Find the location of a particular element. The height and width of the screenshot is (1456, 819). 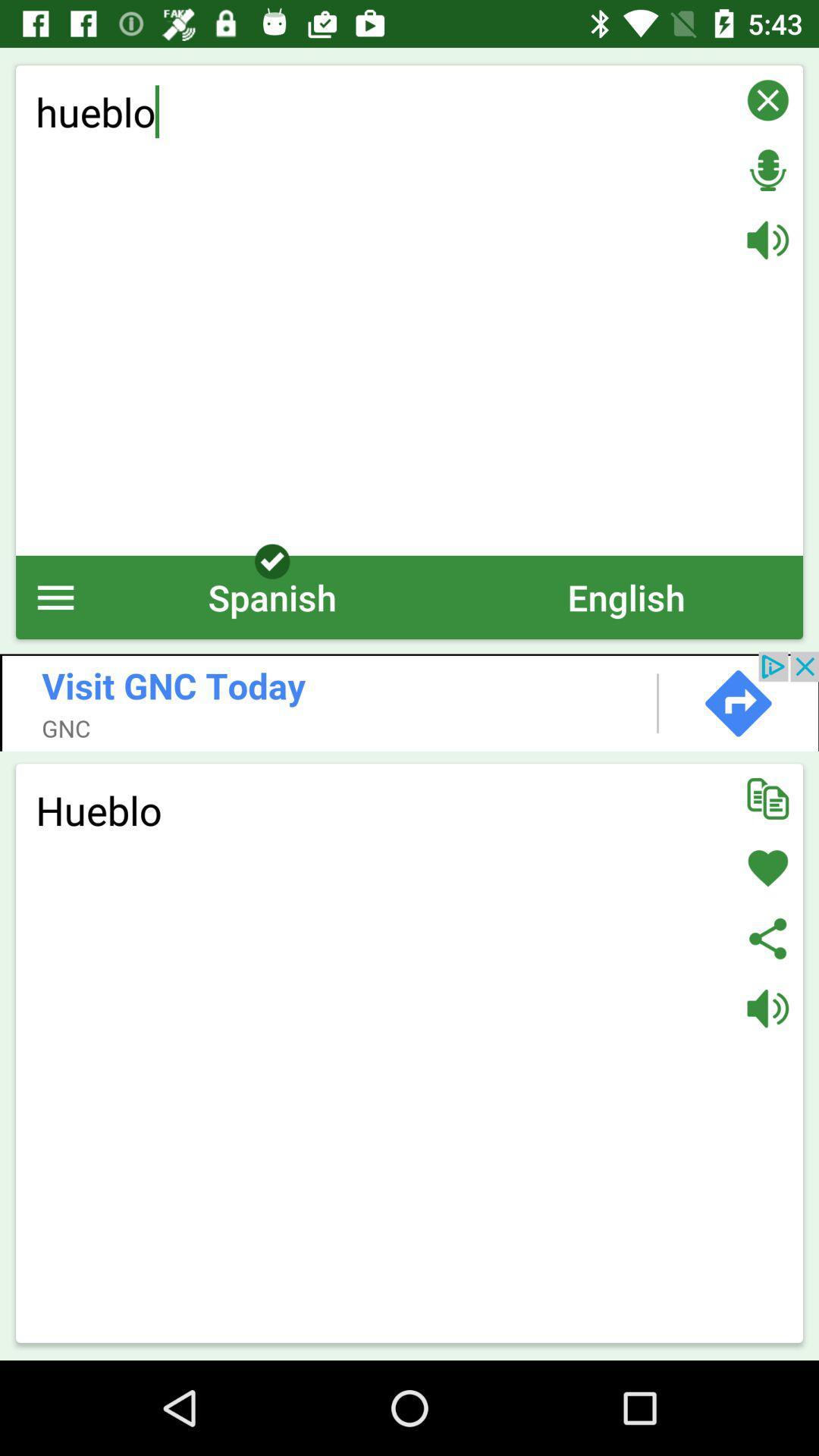

like is located at coordinates (767, 868).